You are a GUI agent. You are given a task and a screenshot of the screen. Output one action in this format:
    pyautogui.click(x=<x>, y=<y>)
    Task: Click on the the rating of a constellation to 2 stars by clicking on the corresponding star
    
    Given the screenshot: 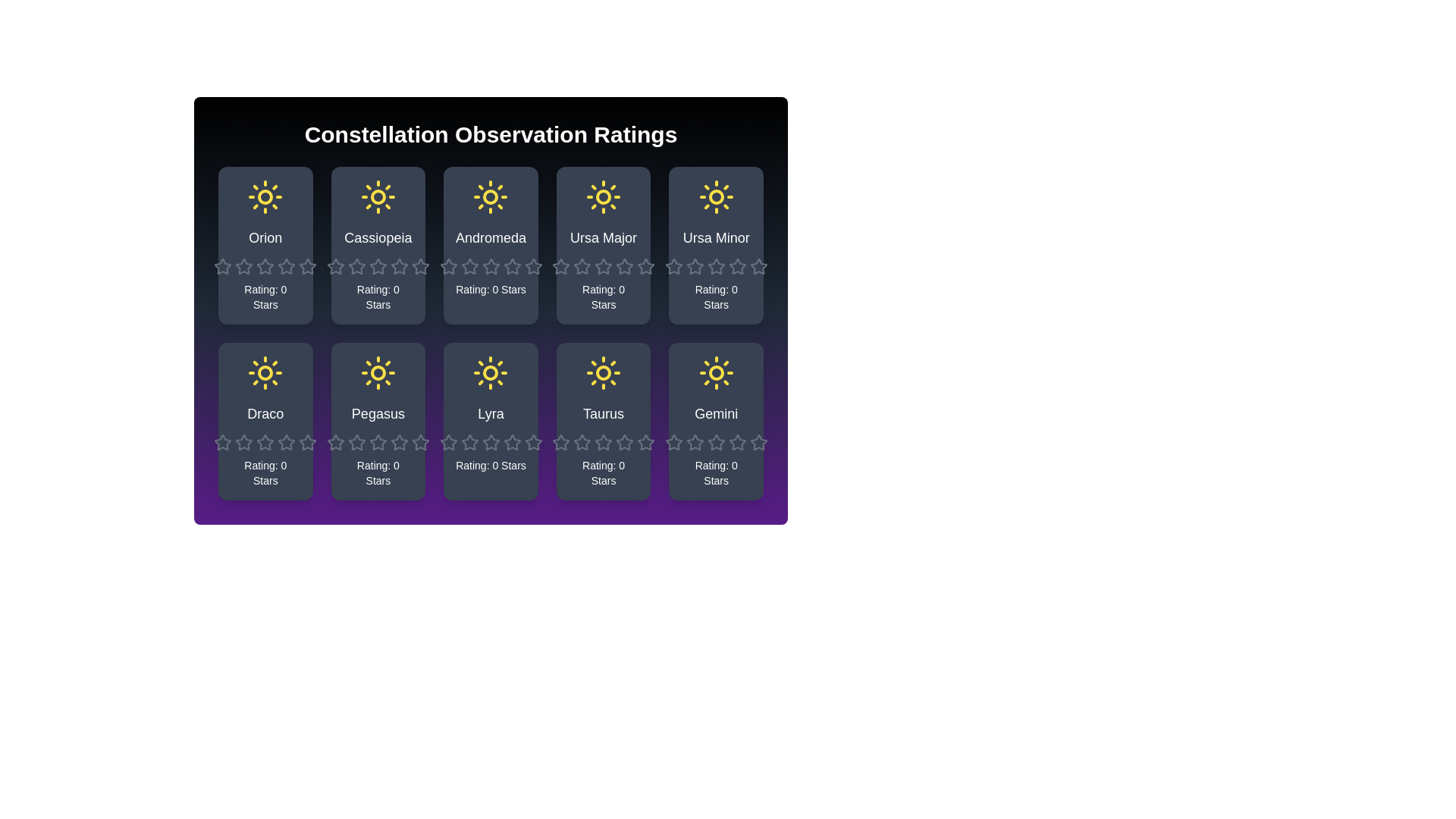 What is the action you would take?
    pyautogui.click(x=234, y=256)
    